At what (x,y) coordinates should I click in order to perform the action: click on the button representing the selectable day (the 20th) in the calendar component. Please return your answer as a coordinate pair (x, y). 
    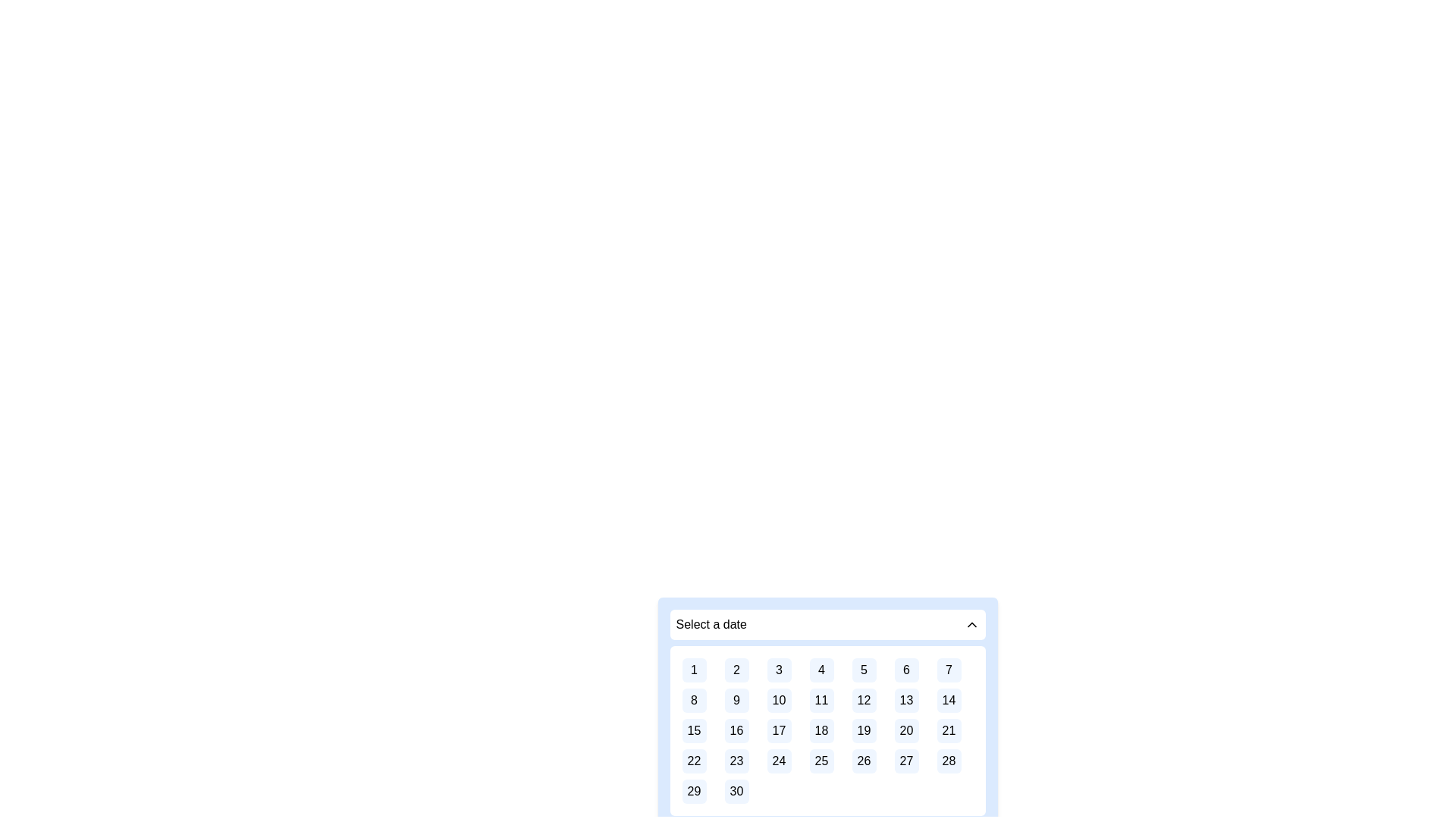
    Looking at the image, I should click on (906, 730).